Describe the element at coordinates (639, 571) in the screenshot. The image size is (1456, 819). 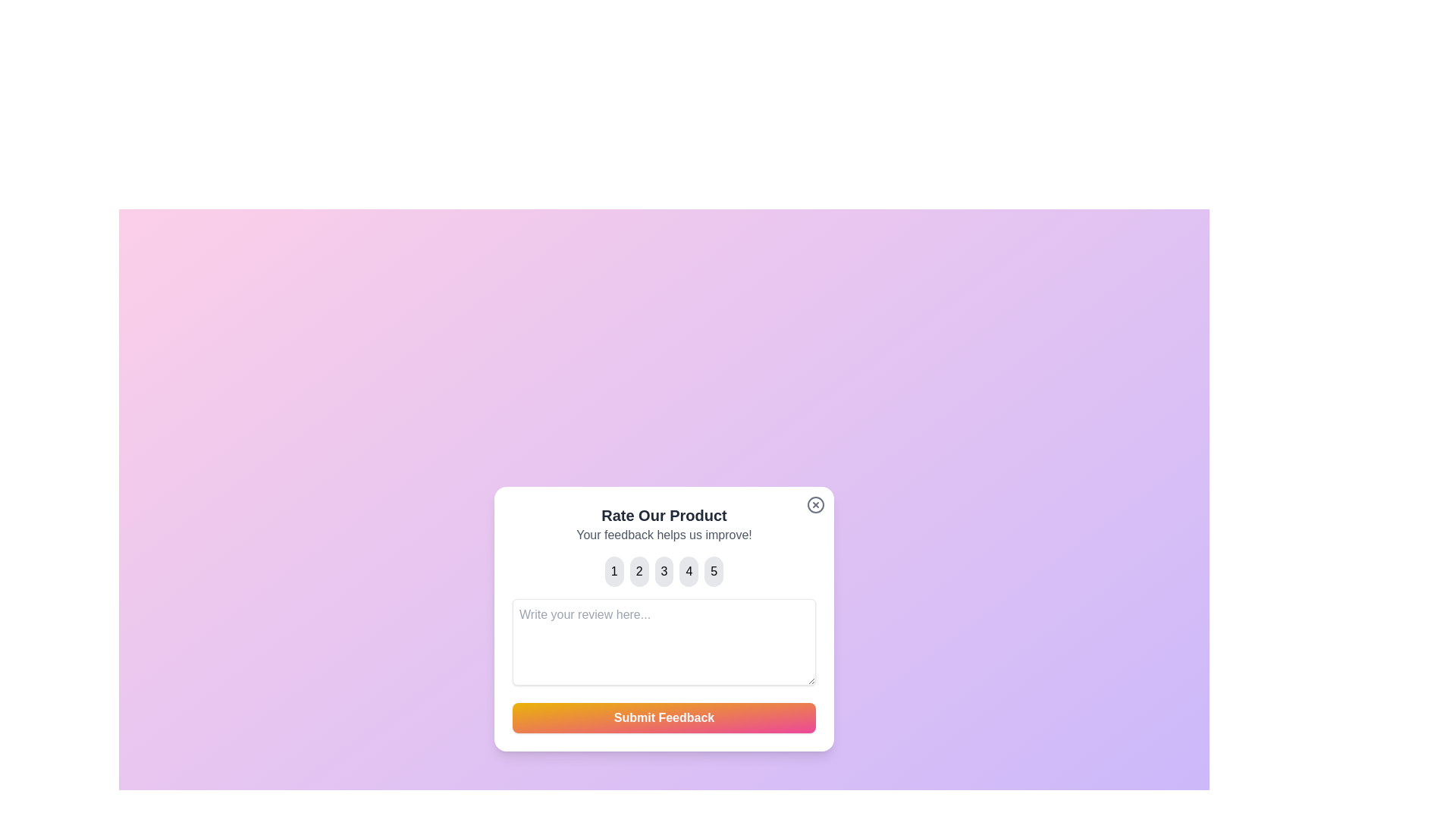
I see `the button corresponding to the rating 2` at that location.